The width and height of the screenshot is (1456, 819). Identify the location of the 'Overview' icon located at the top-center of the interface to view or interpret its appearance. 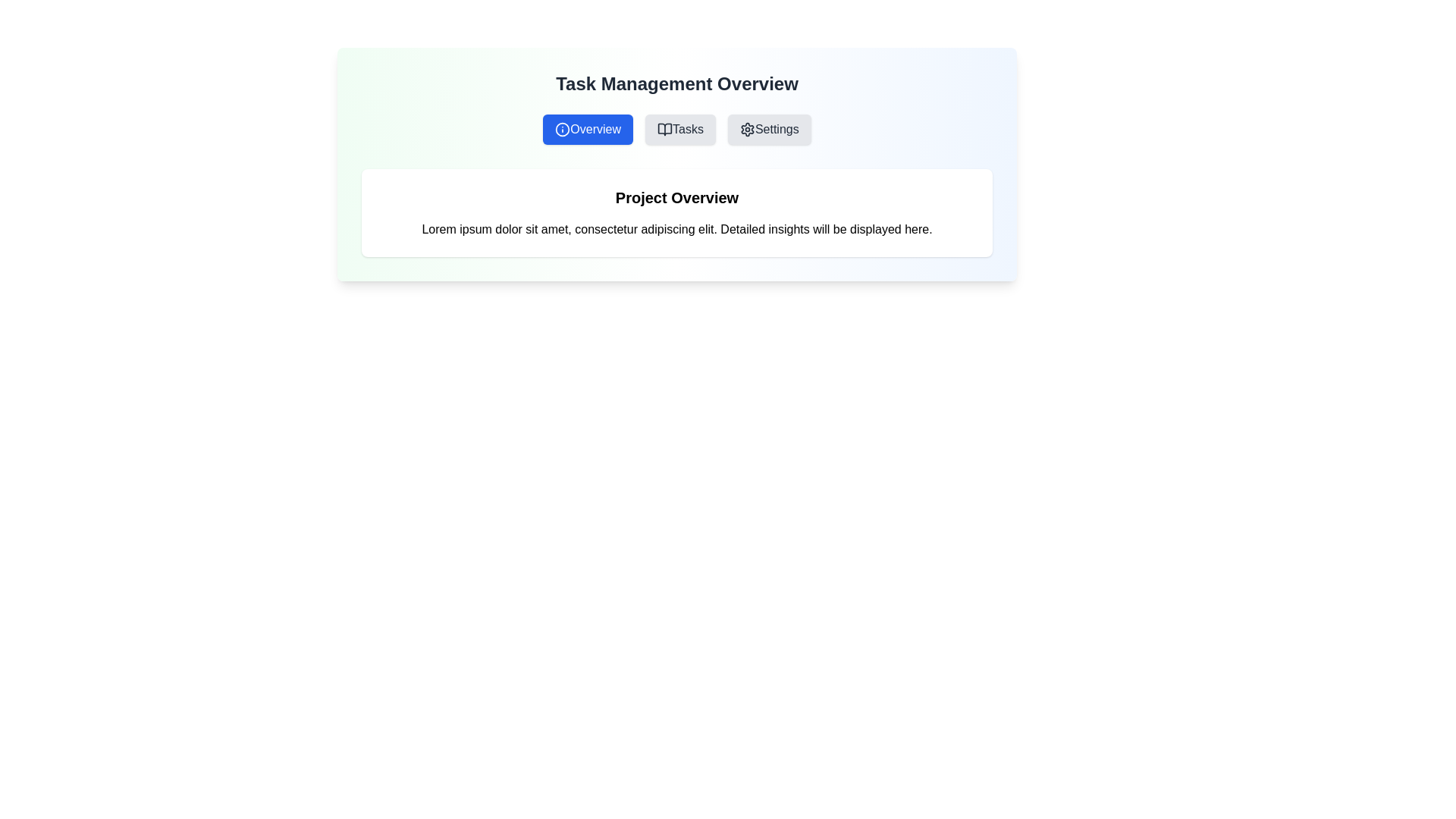
(562, 128).